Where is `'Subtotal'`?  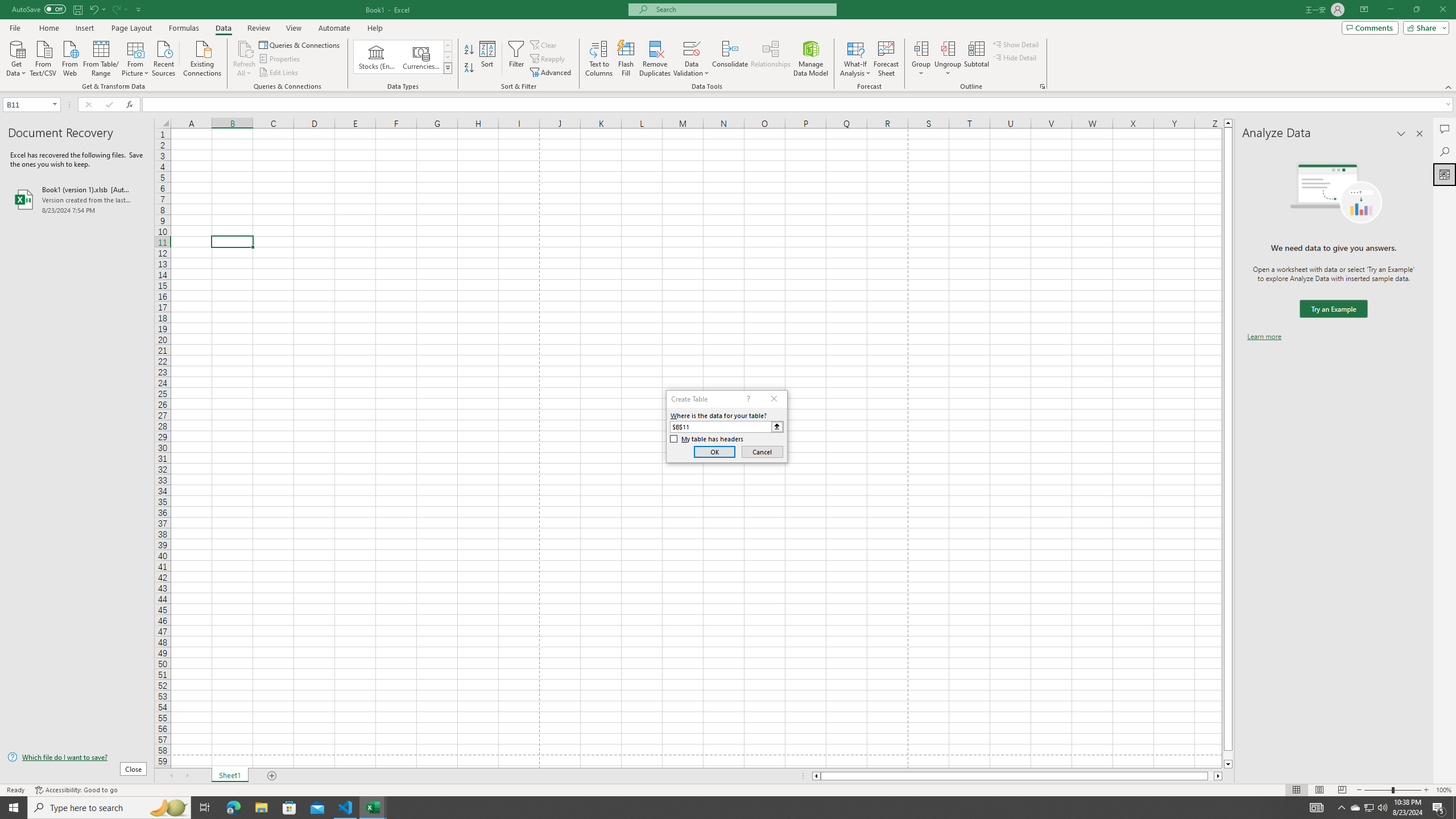
'Subtotal' is located at coordinates (976, 59).